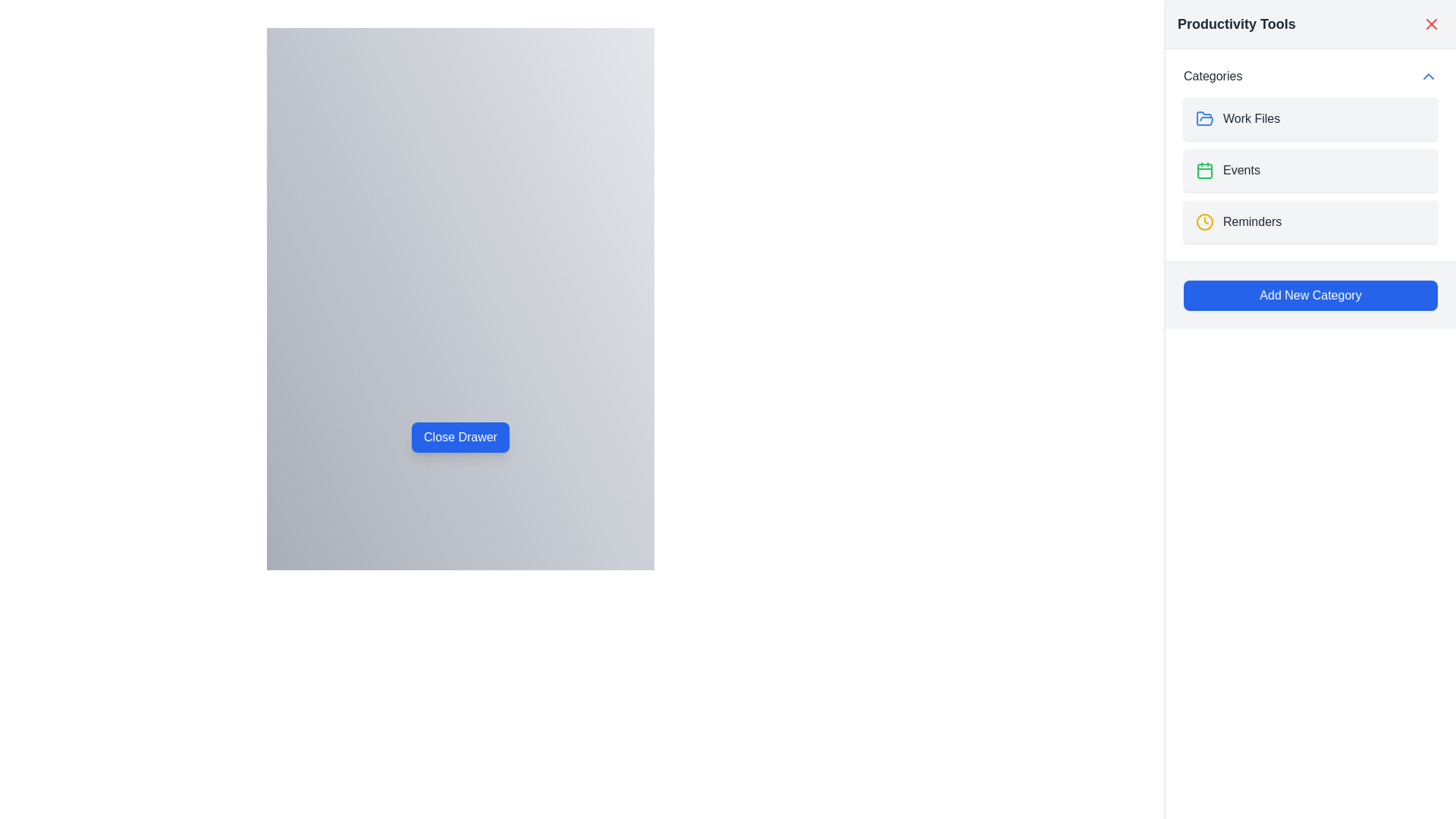 The image size is (1456, 819). I want to click on the circular outline of the clock face within the clock icon in the 'Reminders' category of the 'Productivity Tools' sidebar, so click(1203, 222).